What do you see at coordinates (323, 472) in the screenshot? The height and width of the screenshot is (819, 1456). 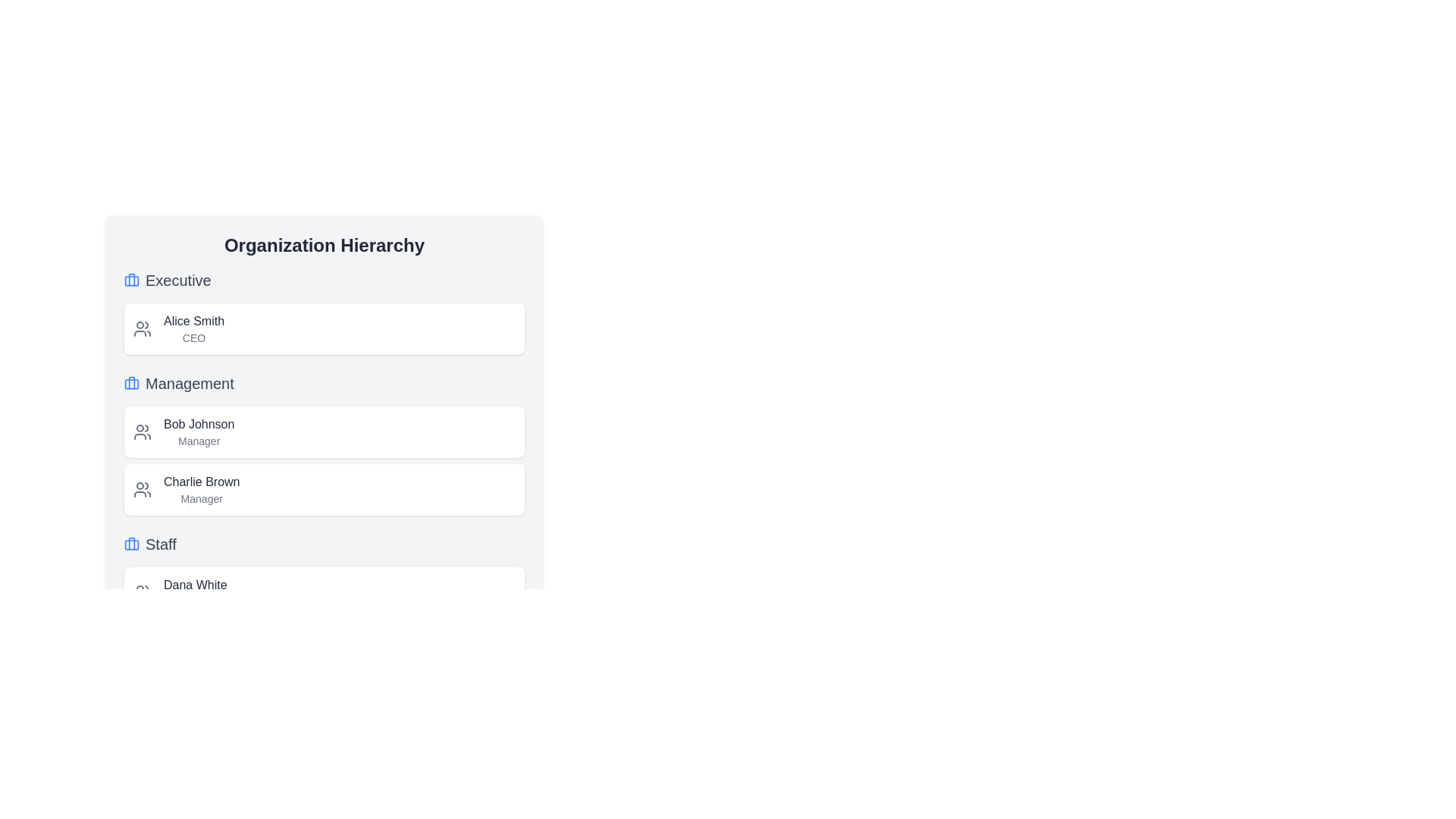 I see `the Profile card for 'Charlie Brown', the Manager, located in the 'Management' section of the 'Organization Hierarchy' panel` at bounding box center [323, 472].